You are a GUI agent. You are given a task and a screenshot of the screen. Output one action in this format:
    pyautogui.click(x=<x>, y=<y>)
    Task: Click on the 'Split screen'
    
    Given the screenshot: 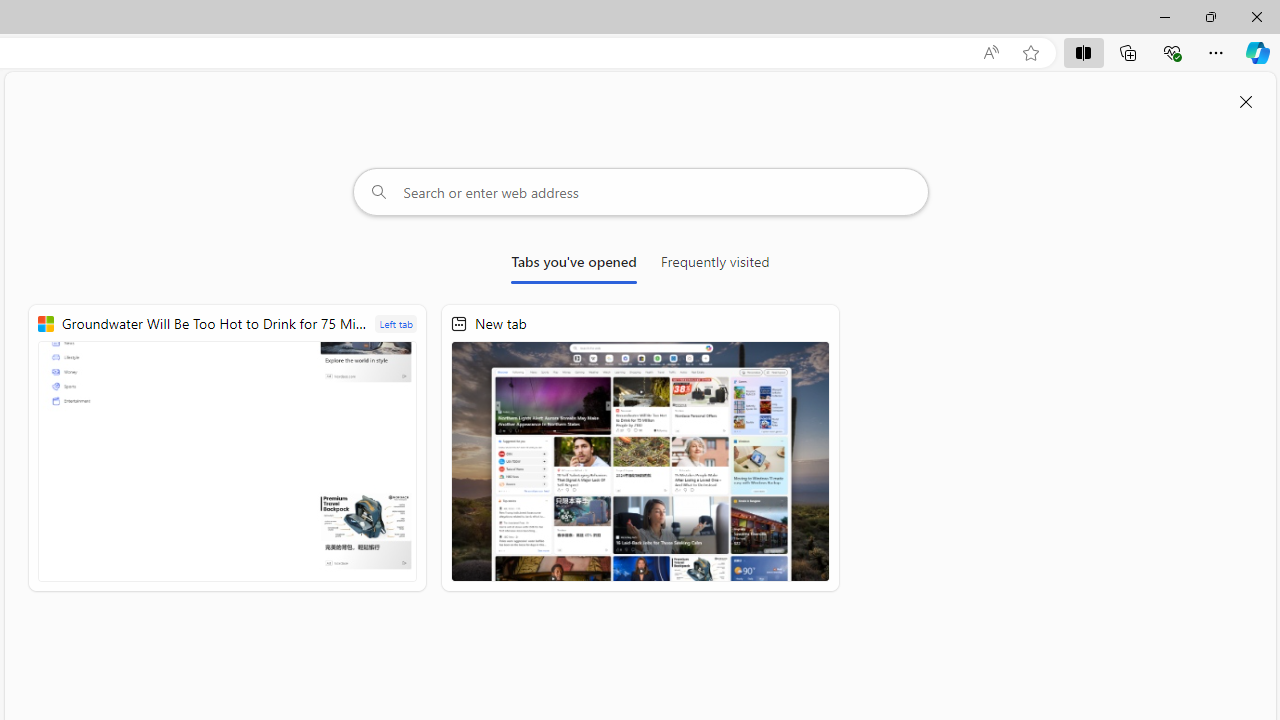 What is the action you would take?
    pyautogui.click(x=1082, y=51)
    